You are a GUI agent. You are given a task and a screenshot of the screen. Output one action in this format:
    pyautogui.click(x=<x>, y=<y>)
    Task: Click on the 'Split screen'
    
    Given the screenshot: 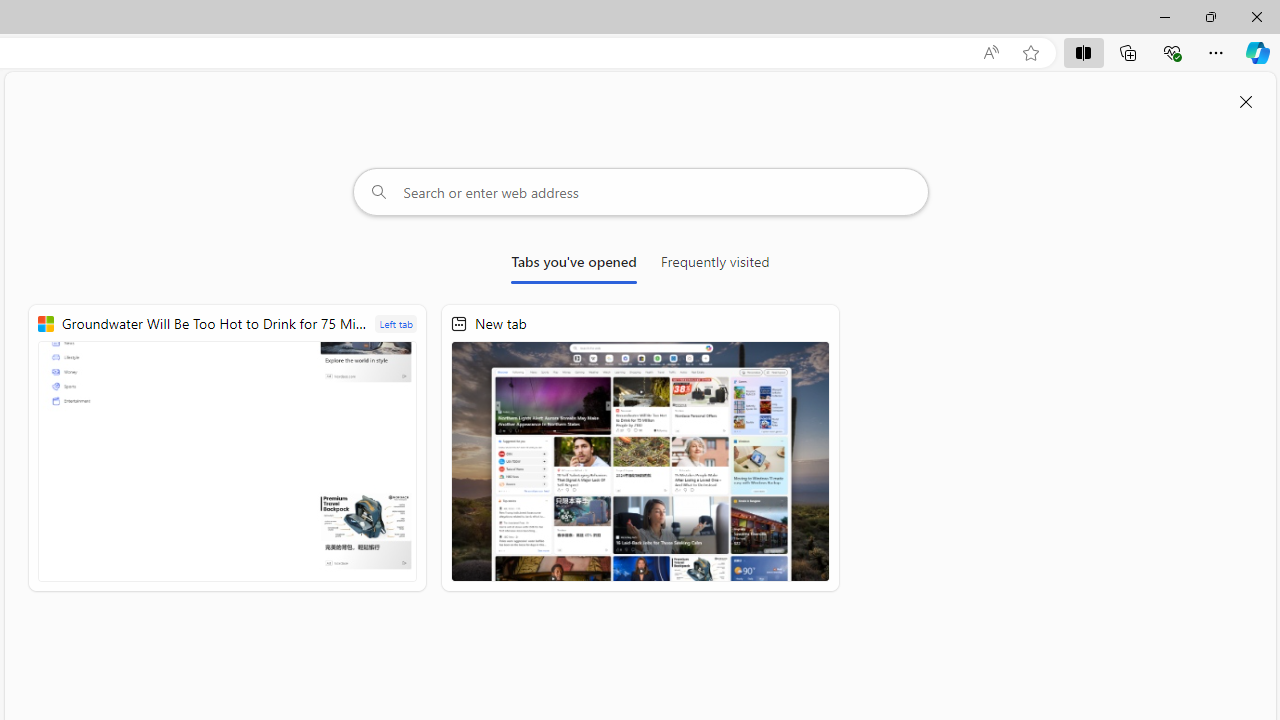 What is the action you would take?
    pyautogui.click(x=1082, y=51)
    